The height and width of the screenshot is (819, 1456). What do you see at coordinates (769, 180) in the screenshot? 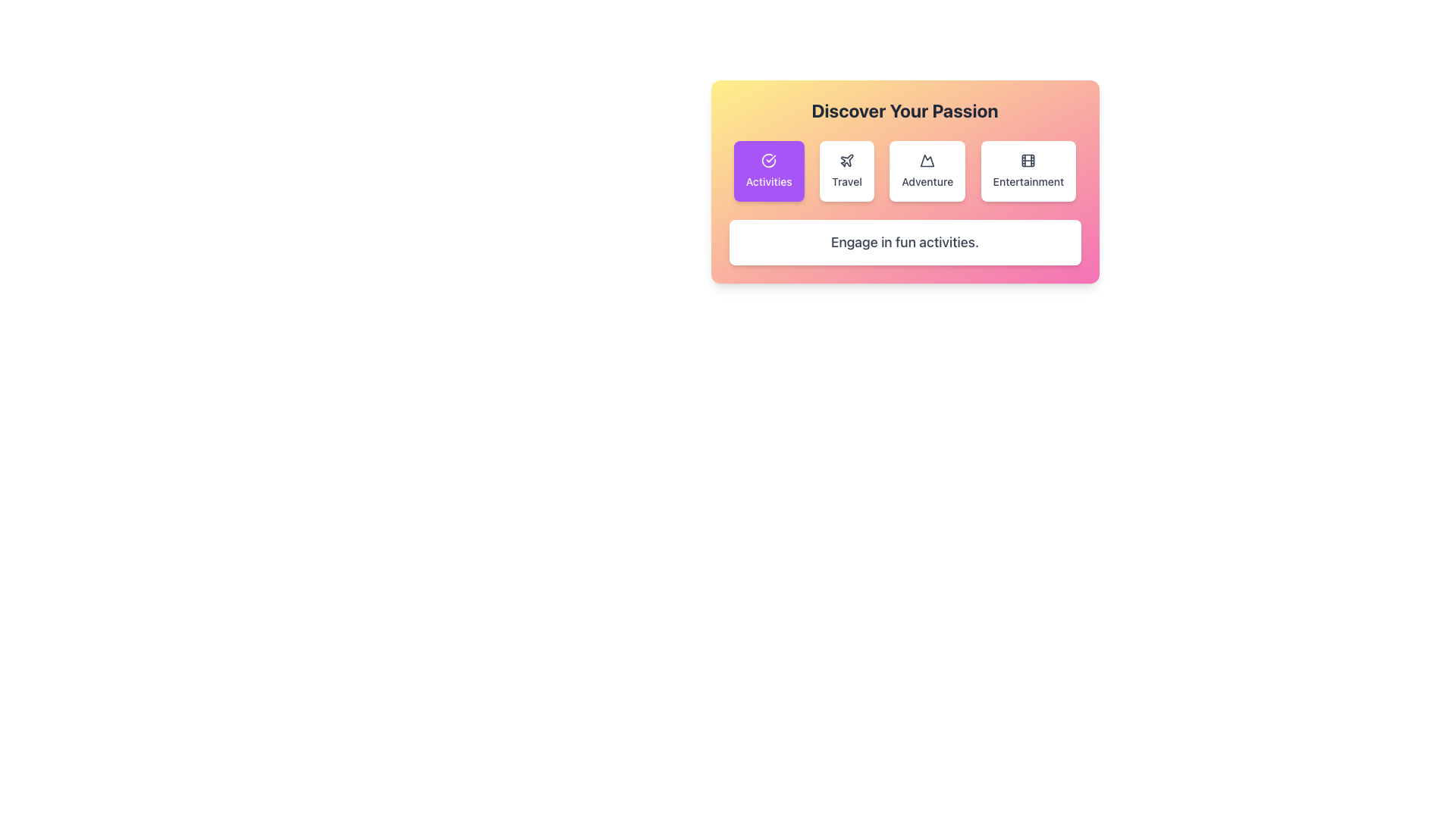
I see `the Text Label located at the bottom of the purple rounded rectangle card labeled 'Activities', which provides context for the card's purpose` at bounding box center [769, 180].